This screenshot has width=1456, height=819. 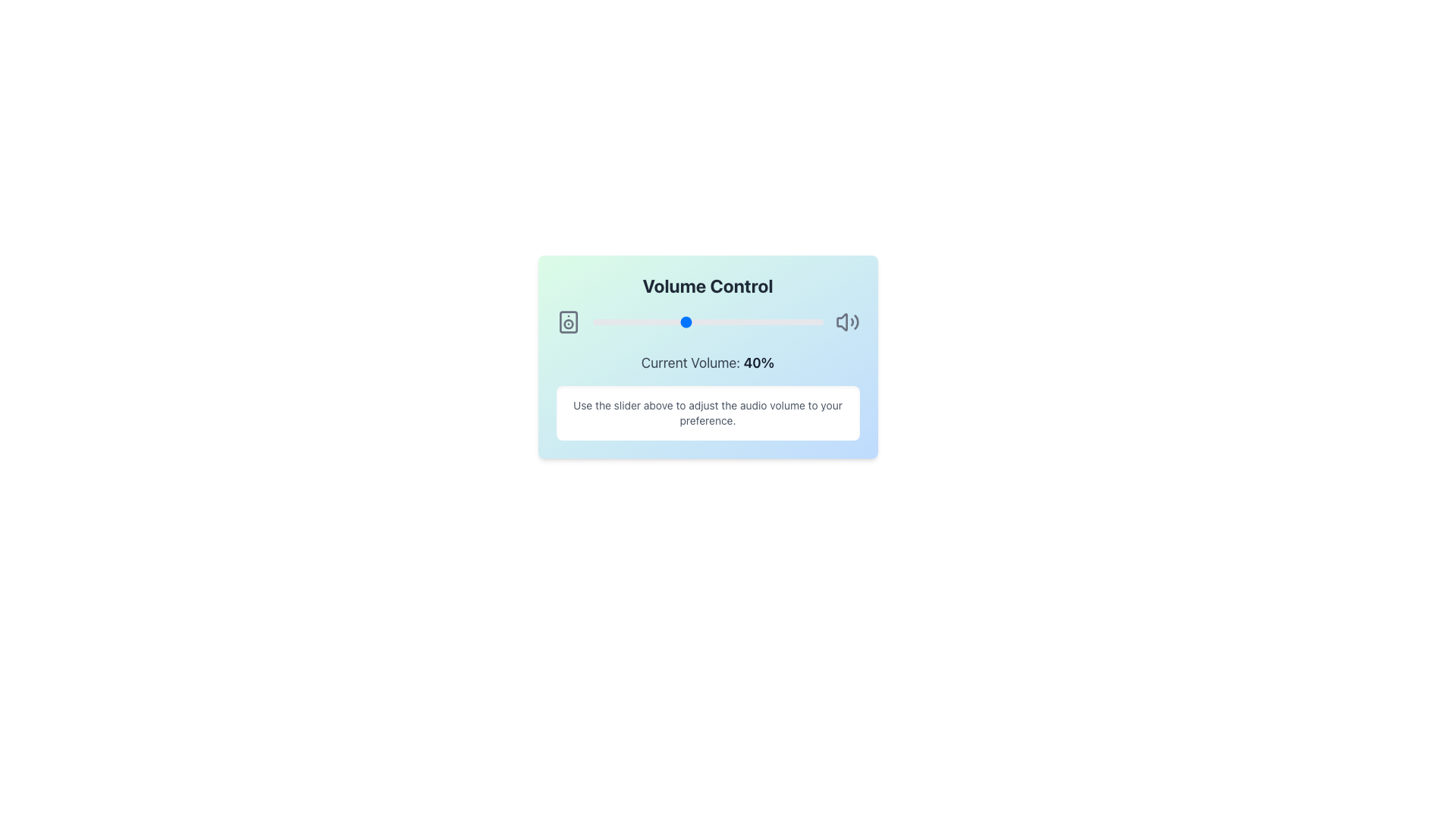 What do you see at coordinates (723, 321) in the screenshot?
I see `the volume level` at bounding box center [723, 321].